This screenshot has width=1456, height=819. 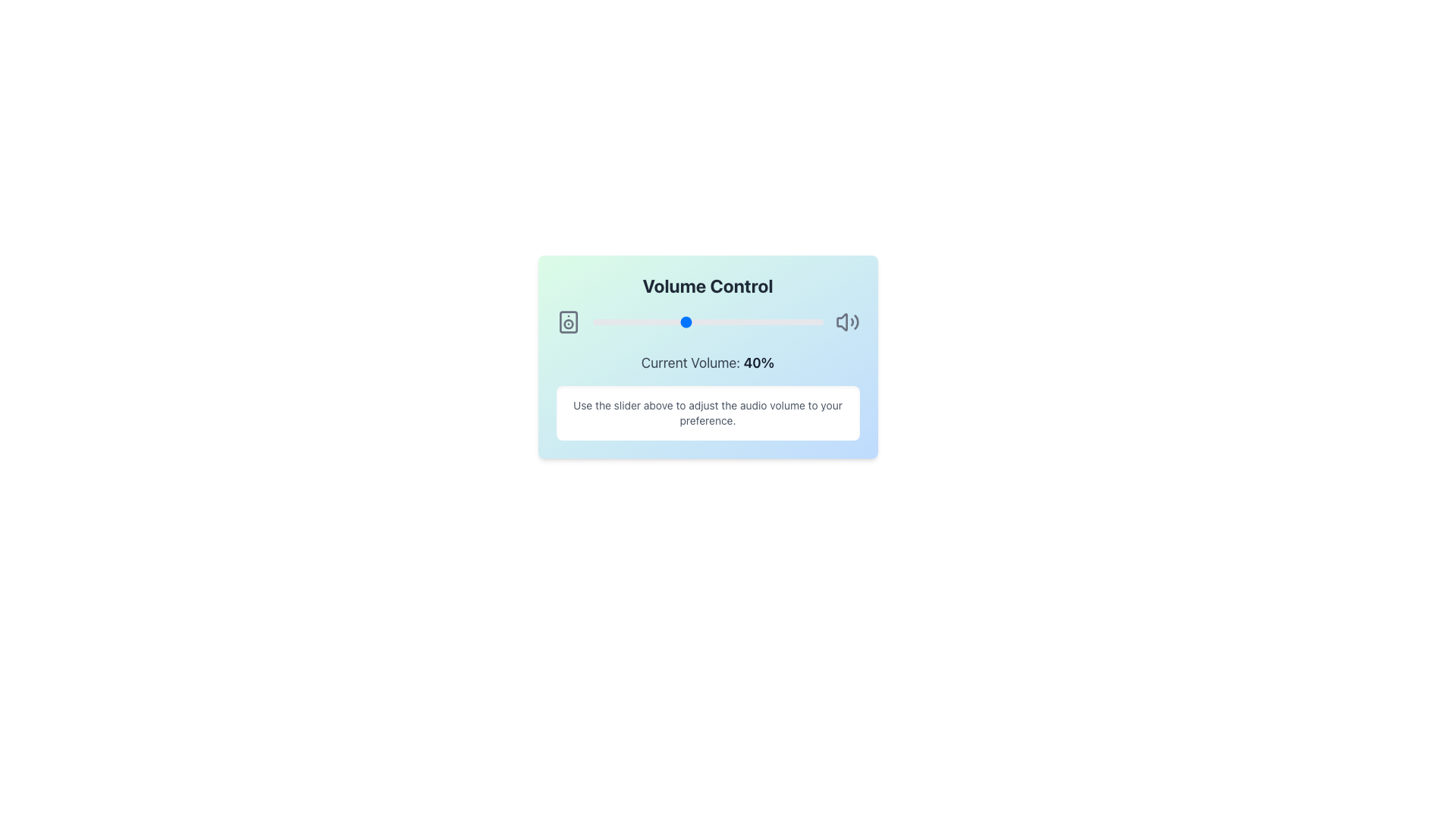 What do you see at coordinates (723, 321) in the screenshot?
I see `the volume level` at bounding box center [723, 321].